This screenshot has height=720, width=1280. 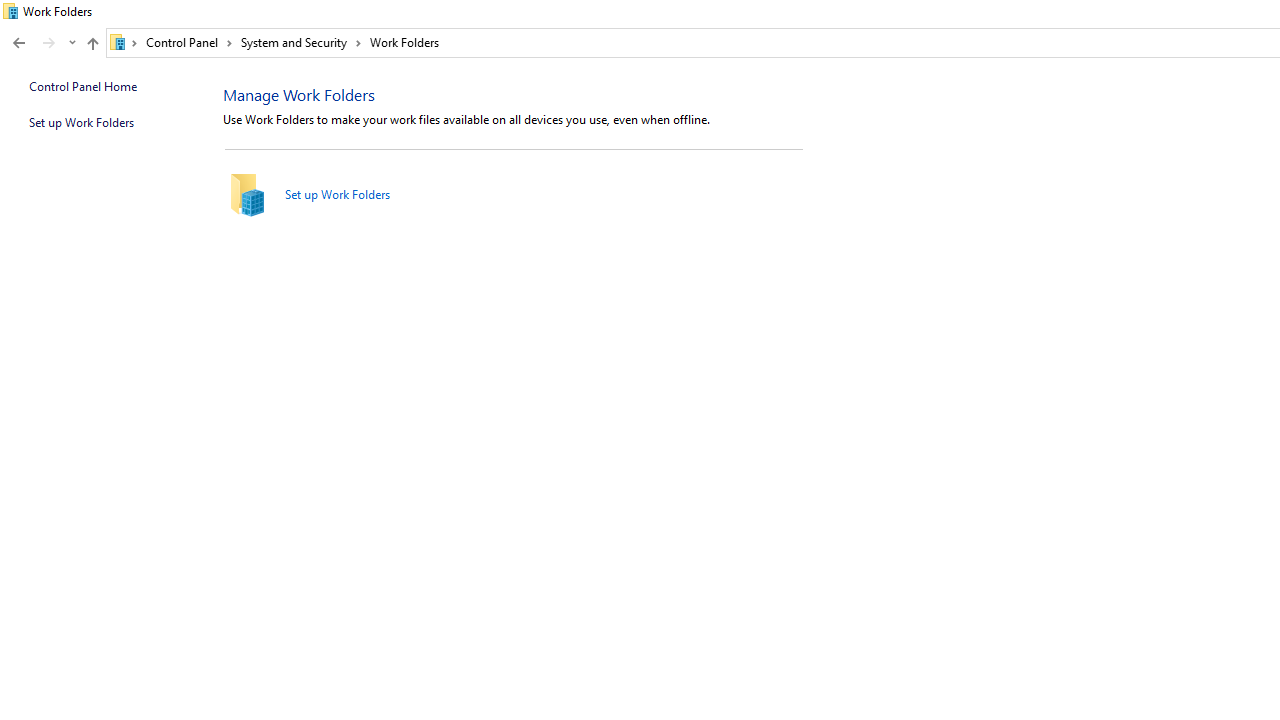 I want to click on 'Navigation buttons', so click(x=42, y=43).